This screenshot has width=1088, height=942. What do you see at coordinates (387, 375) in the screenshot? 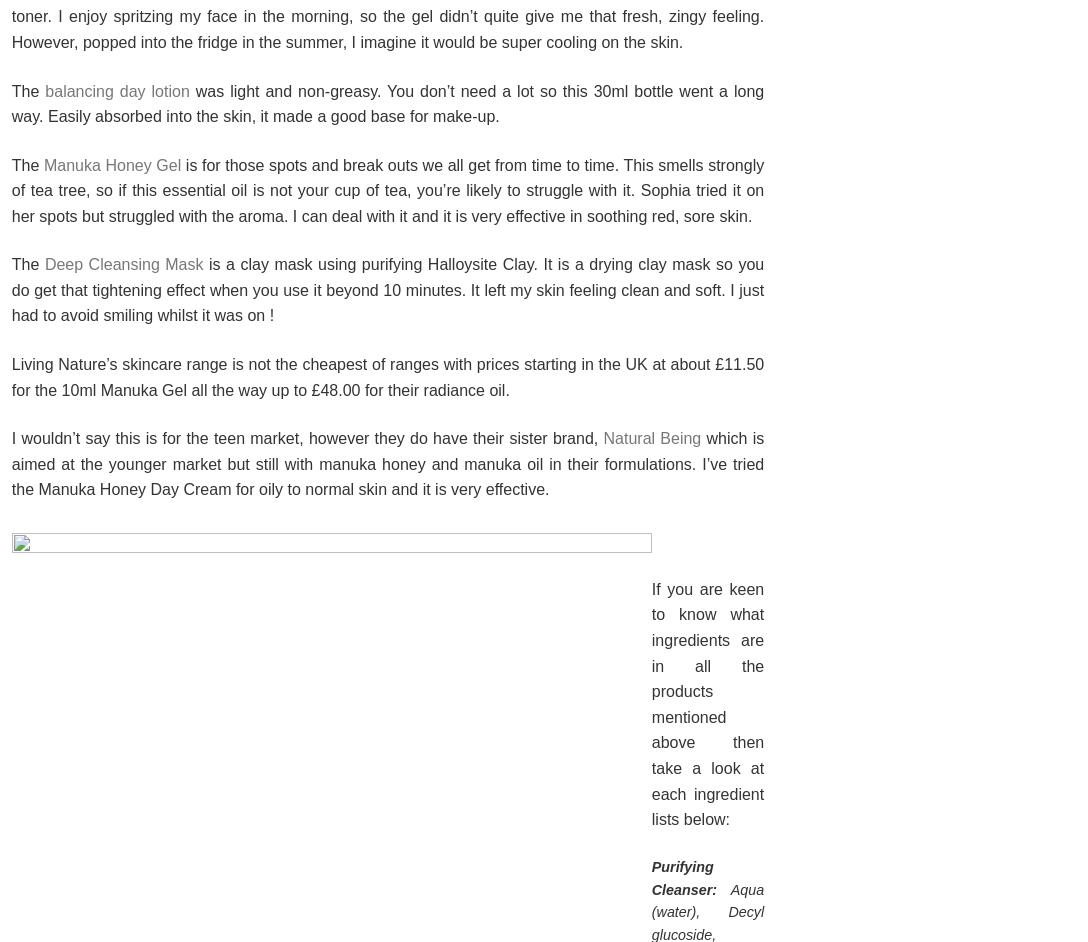
I see `'Living
Nature’s skincare range is not the cheapest of ranges with prices starting in
the UK at about £11.50 for the 10ml Manuka Gel all the way up to £48.00 for
their radiance oil.'` at bounding box center [387, 375].